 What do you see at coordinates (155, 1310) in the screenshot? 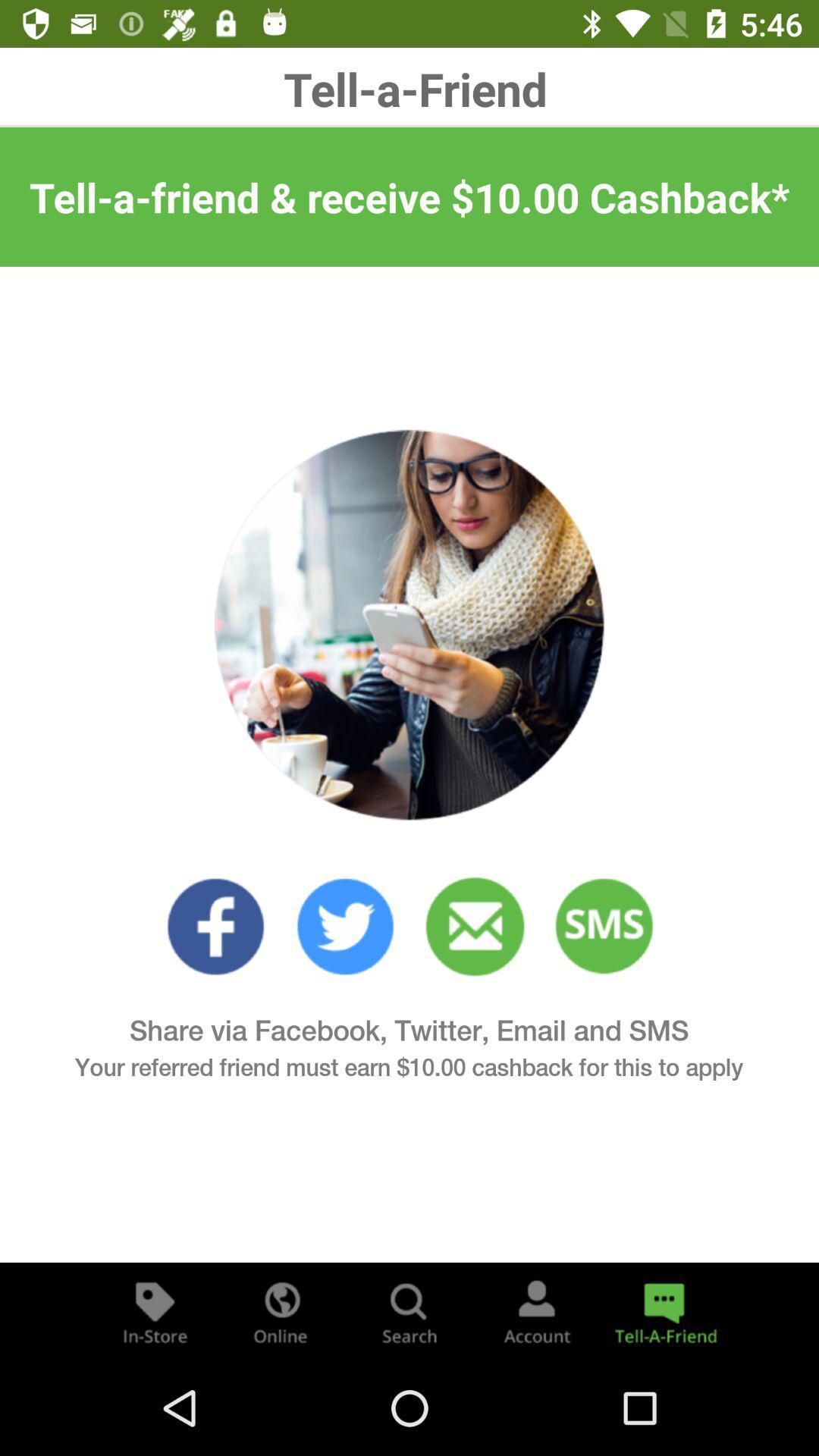
I see `in side store the app` at bounding box center [155, 1310].